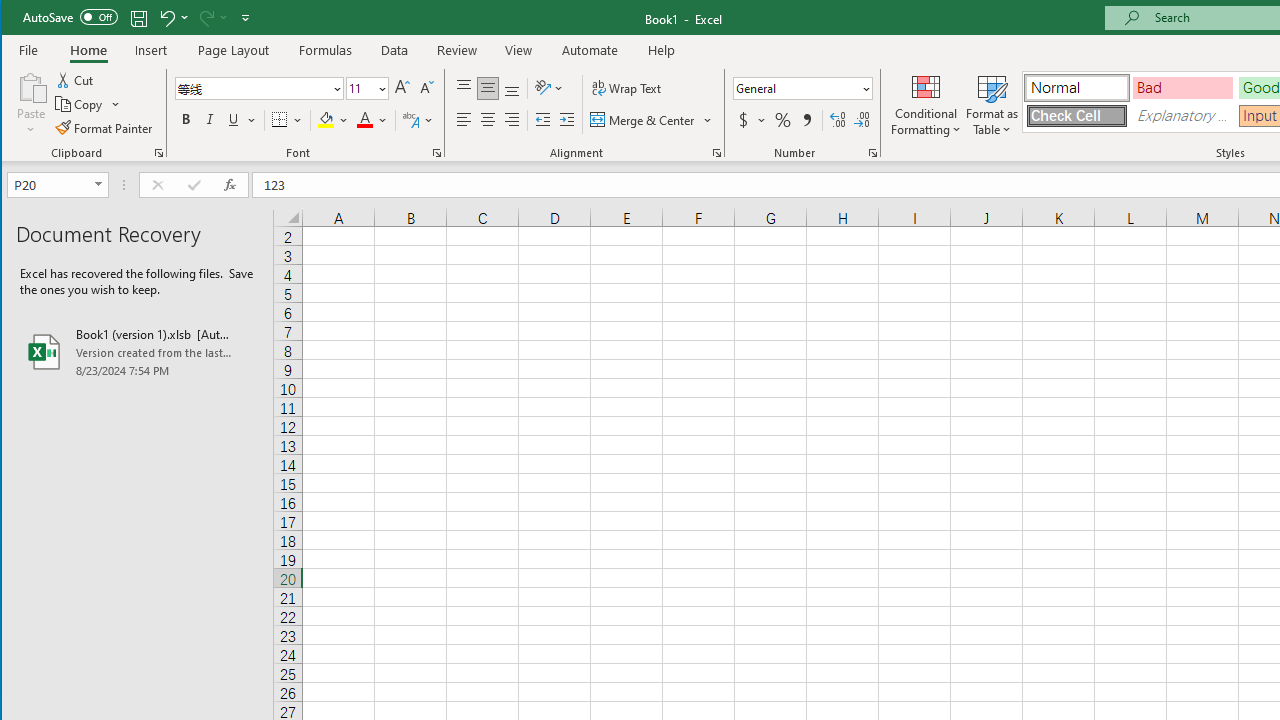 The height and width of the screenshot is (720, 1280). What do you see at coordinates (1076, 116) in the screenshot?
I see `'Check Cell'` at bounding box center [1076, 116].